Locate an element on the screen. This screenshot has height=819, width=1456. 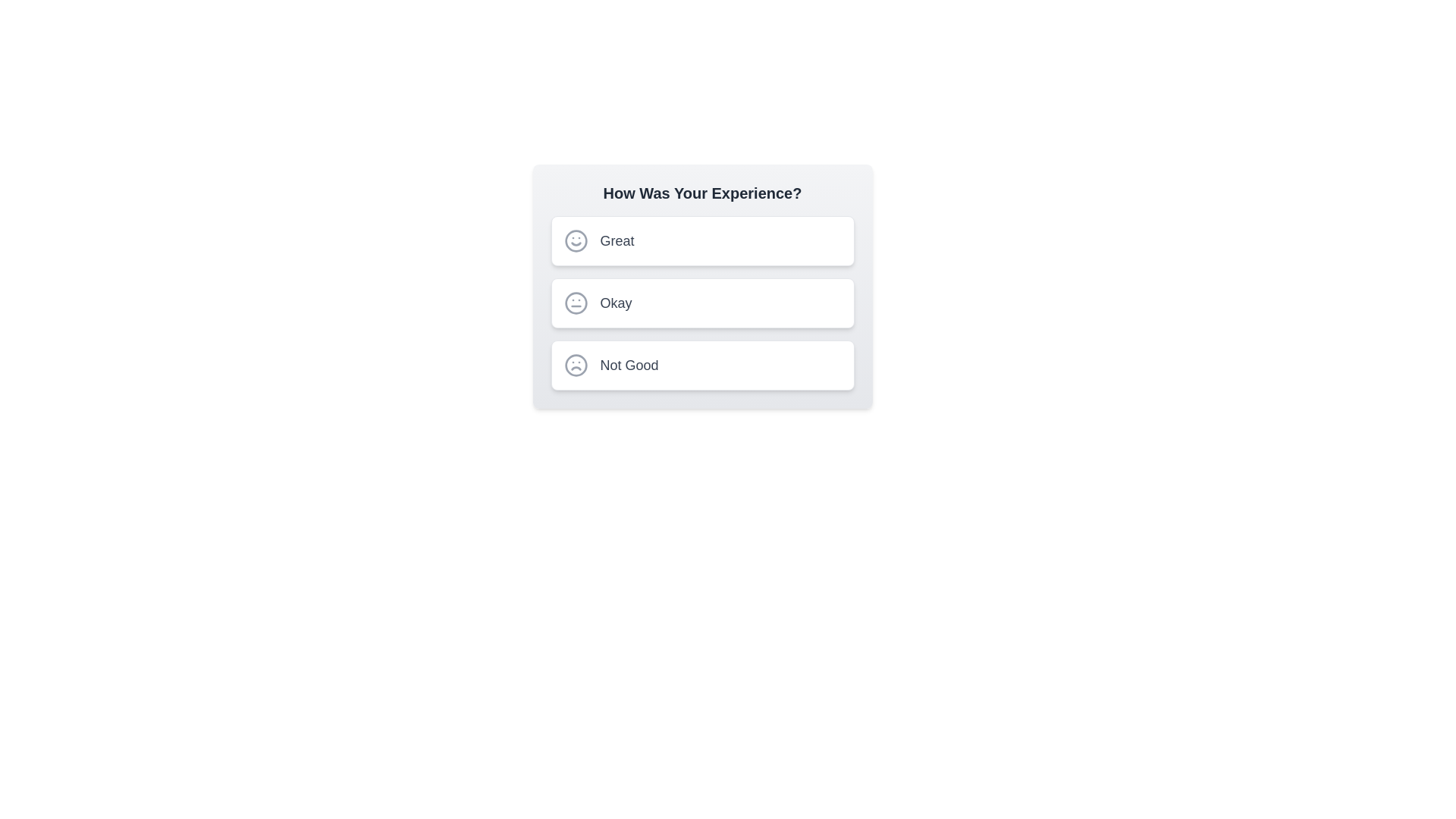
the Icon (neutral face) representing the 'Okay' feedback option, which is the primary circular feature in the second feedback option is located at coordinates (575, 303).